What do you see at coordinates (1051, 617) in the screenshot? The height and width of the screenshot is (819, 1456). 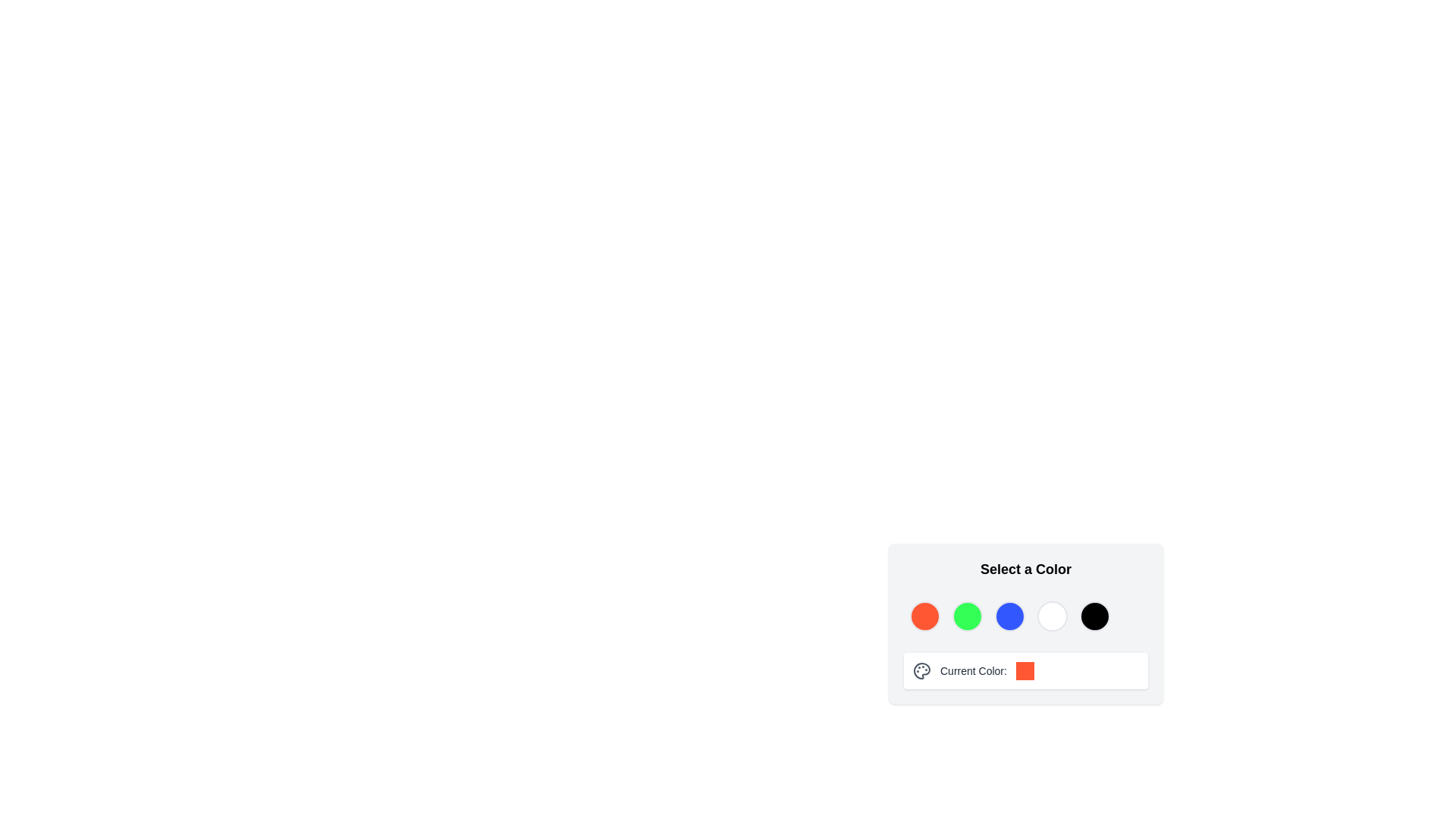 I see `the fourth circular button in the color selection interface, which is uncolored or blank` at bounding box center [1051, 617].